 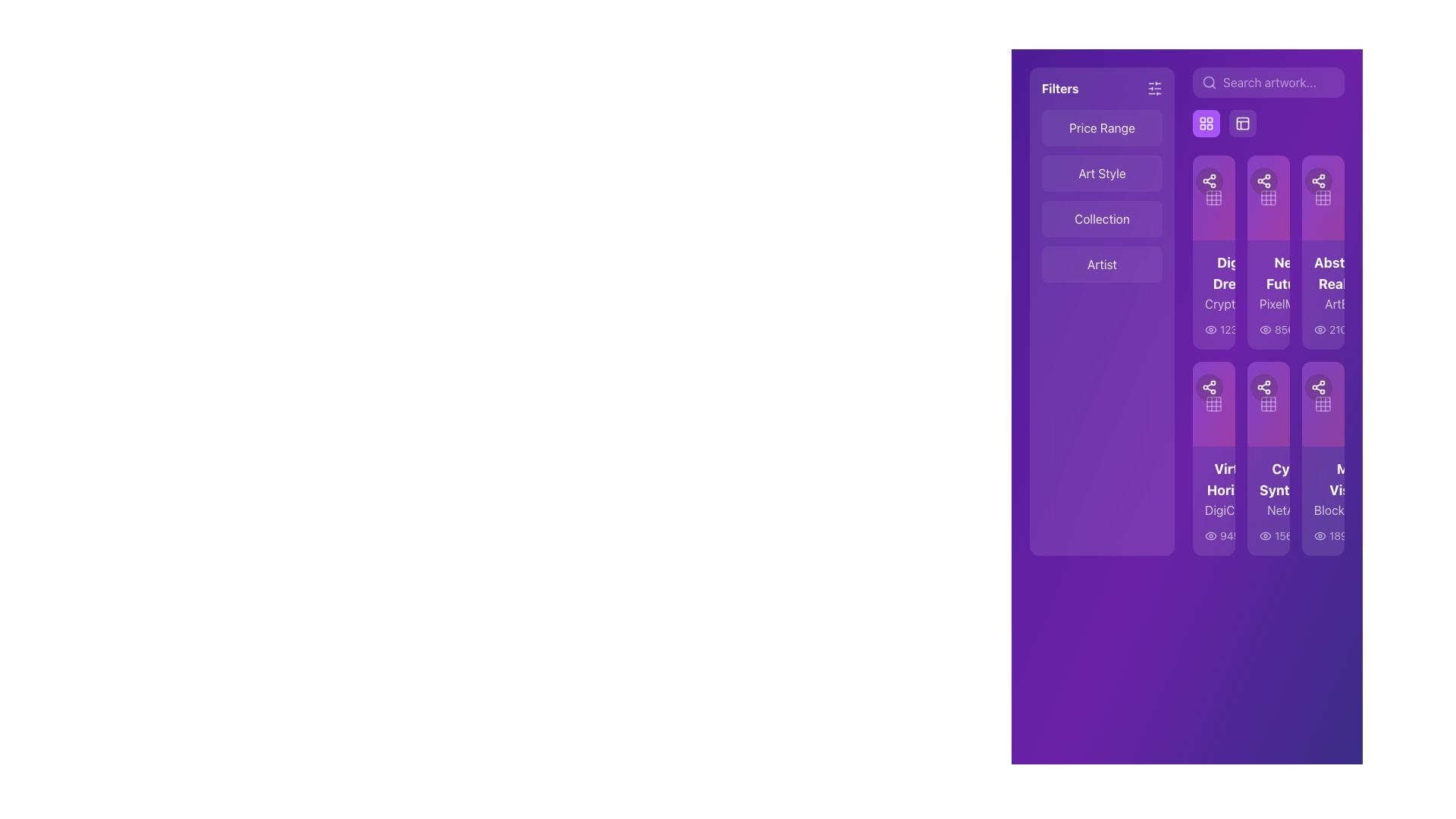 I want to click on the eye icon displaying the view count '2100156' located at the bottom-right section of the card for 'Abstract Realms', so click(x=1323, y=329).